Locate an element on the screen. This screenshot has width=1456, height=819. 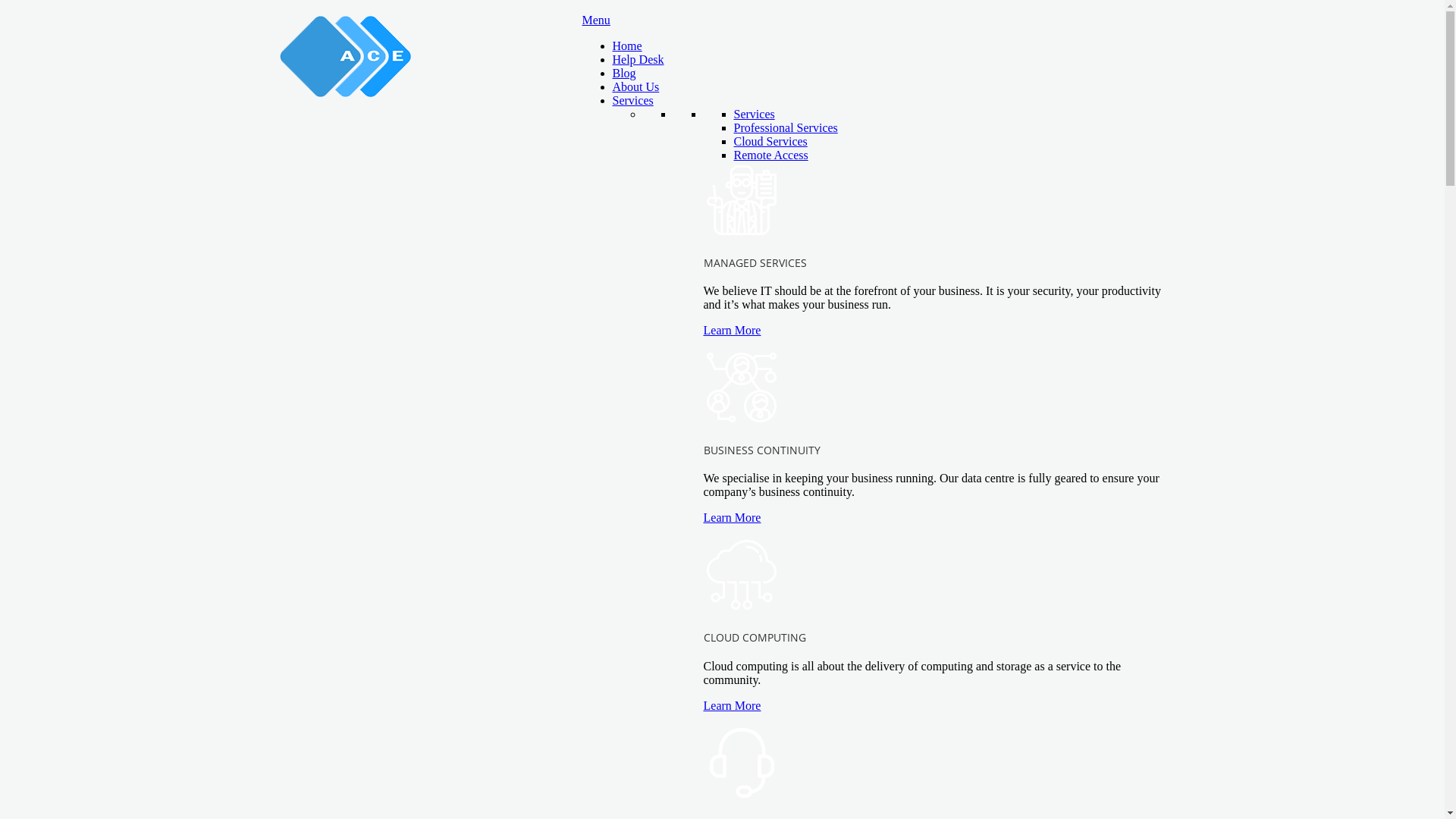
'About Us' is located at coordinates (636, 86).